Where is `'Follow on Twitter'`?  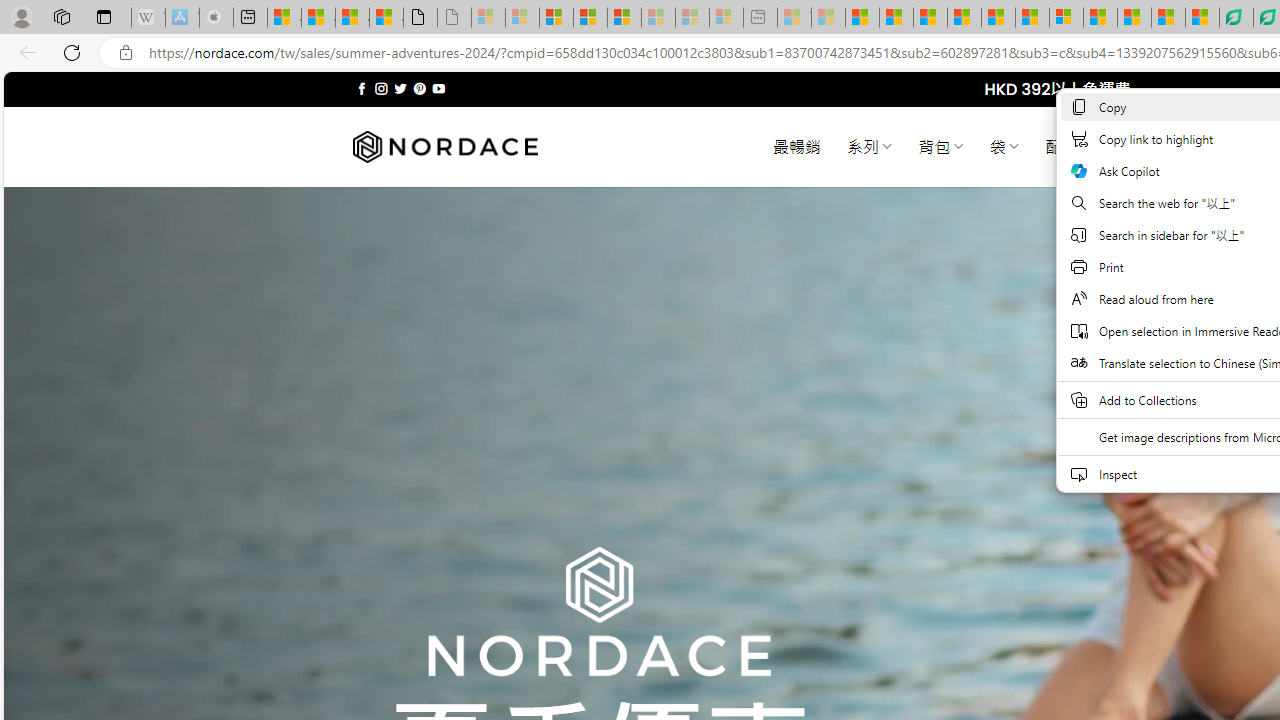 'Follow on Twitter' is located at coordinates (400, 88).